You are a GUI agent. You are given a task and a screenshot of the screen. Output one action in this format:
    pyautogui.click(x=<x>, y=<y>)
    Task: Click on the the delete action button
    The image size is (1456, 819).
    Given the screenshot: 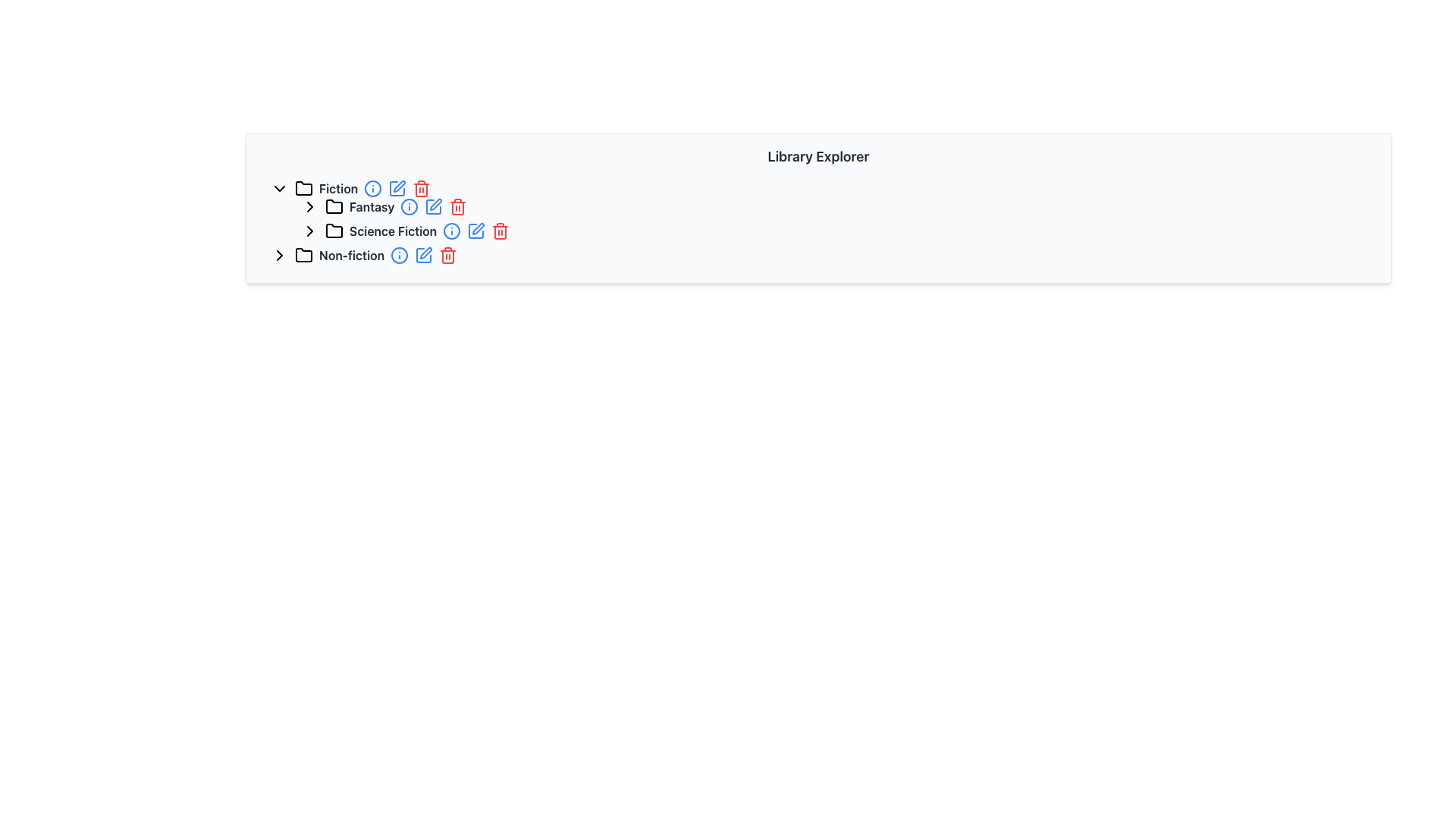 What is the action you would take?
    pyautogui.click(x=422, y=188)
    